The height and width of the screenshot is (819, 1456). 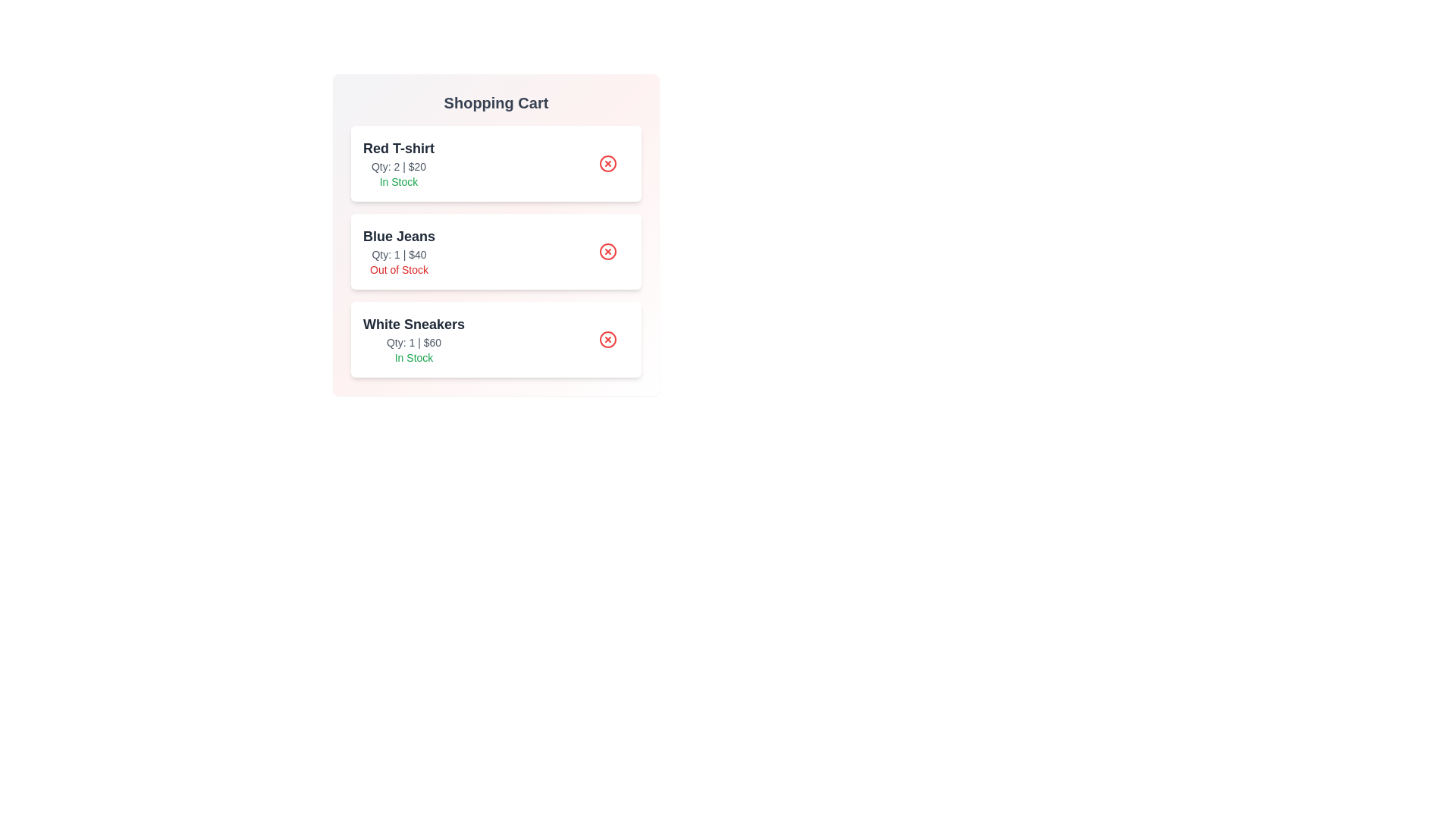 What do you see at coordinates (607, 250) in the screenshot?
I see `remove button for the item Blue Jeans in the shopping cart` at bounding box center [607, 250].